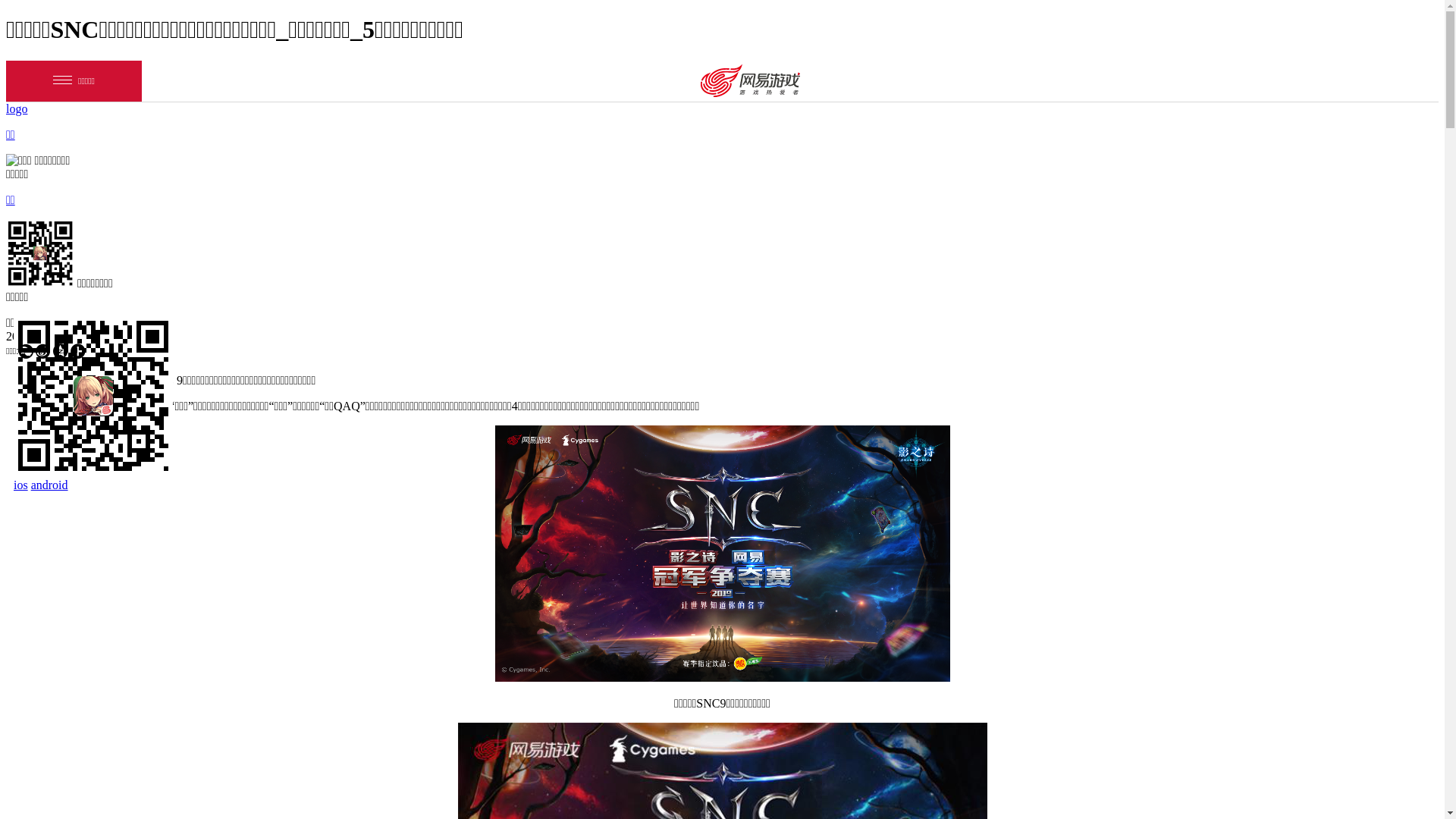 The image size is (1456, 819). Describe the element at coordinates (49, 485) in the screenshot. I see `'android'` at that location.